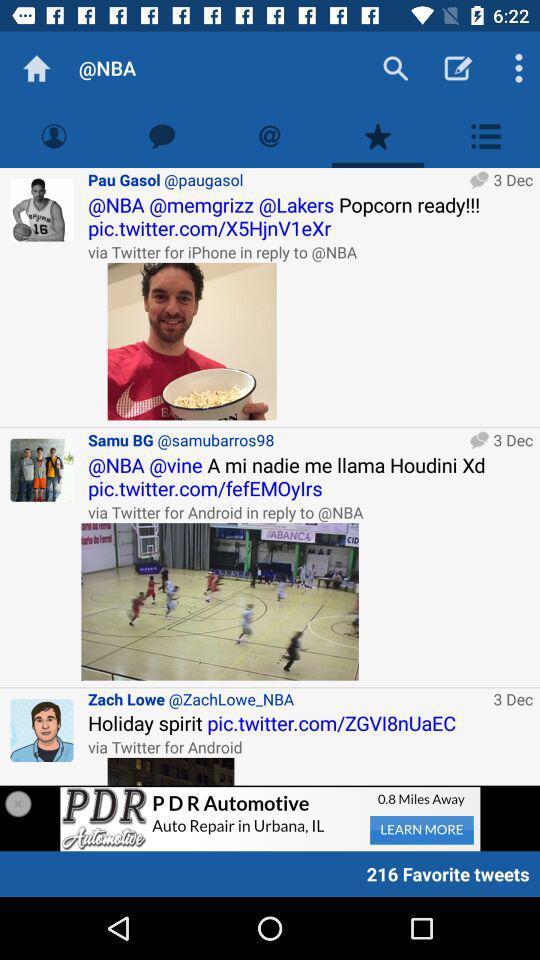 The width and height of the screenshot is (540, 960). I want to click on user profile, so click(42, 470).